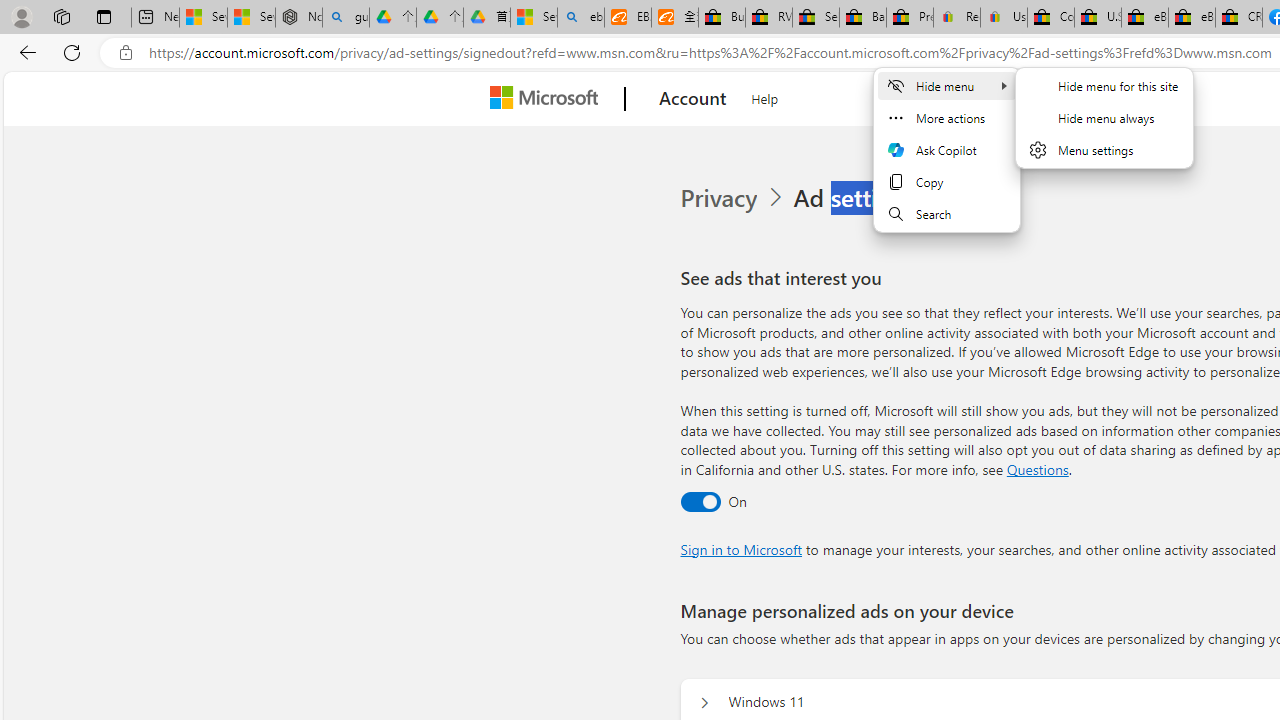 This screenshot has height=720, width=1280. What do you see at coordinates (103, 16) in the screenshot?
I see `'Tab actions menu'` at bounding box center [103, 16].